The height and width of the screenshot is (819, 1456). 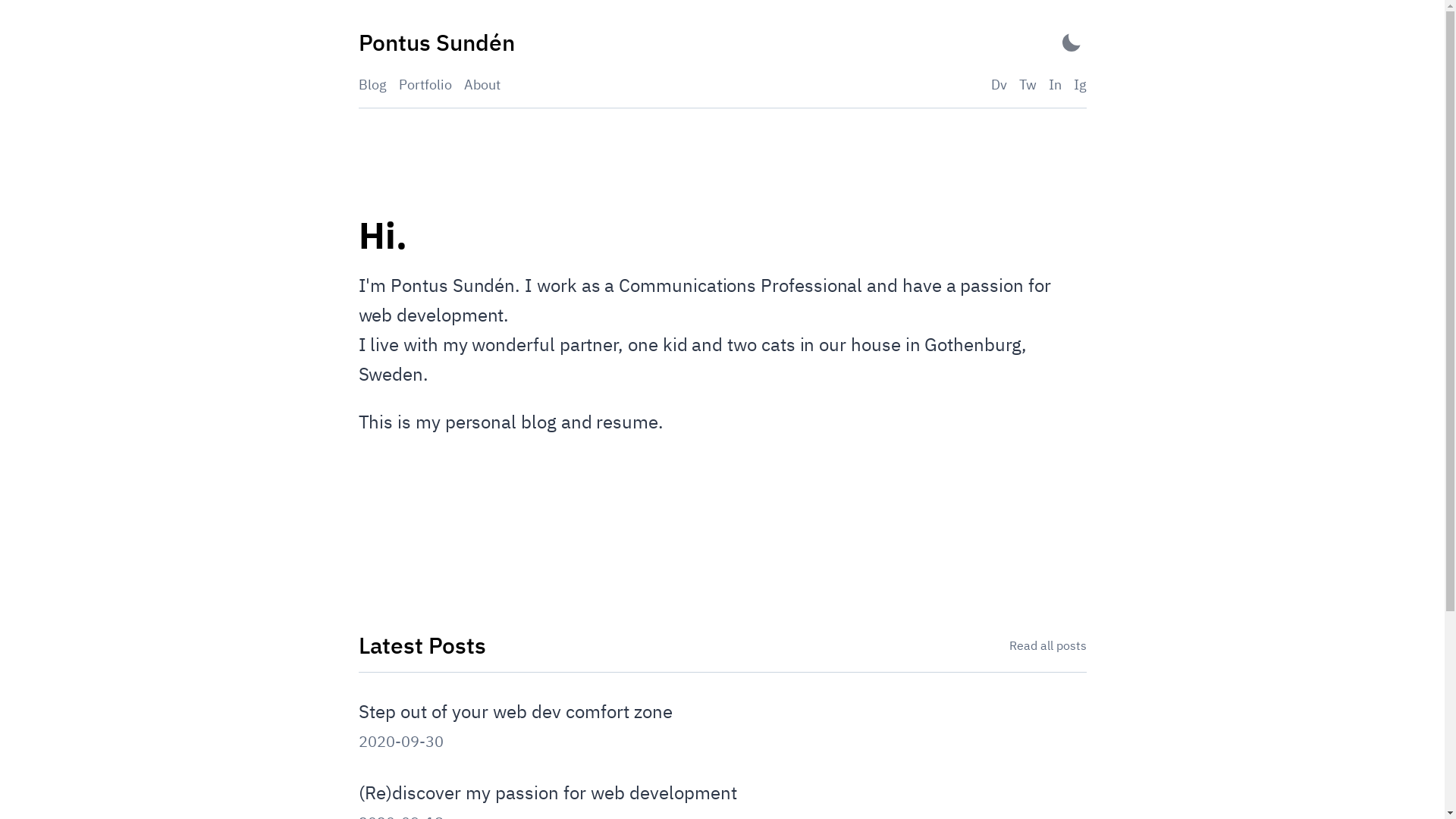 What do you see at coordinates (1053, 84) in the screenshot?
I see `'In'` at bounding box center [1053, 84].